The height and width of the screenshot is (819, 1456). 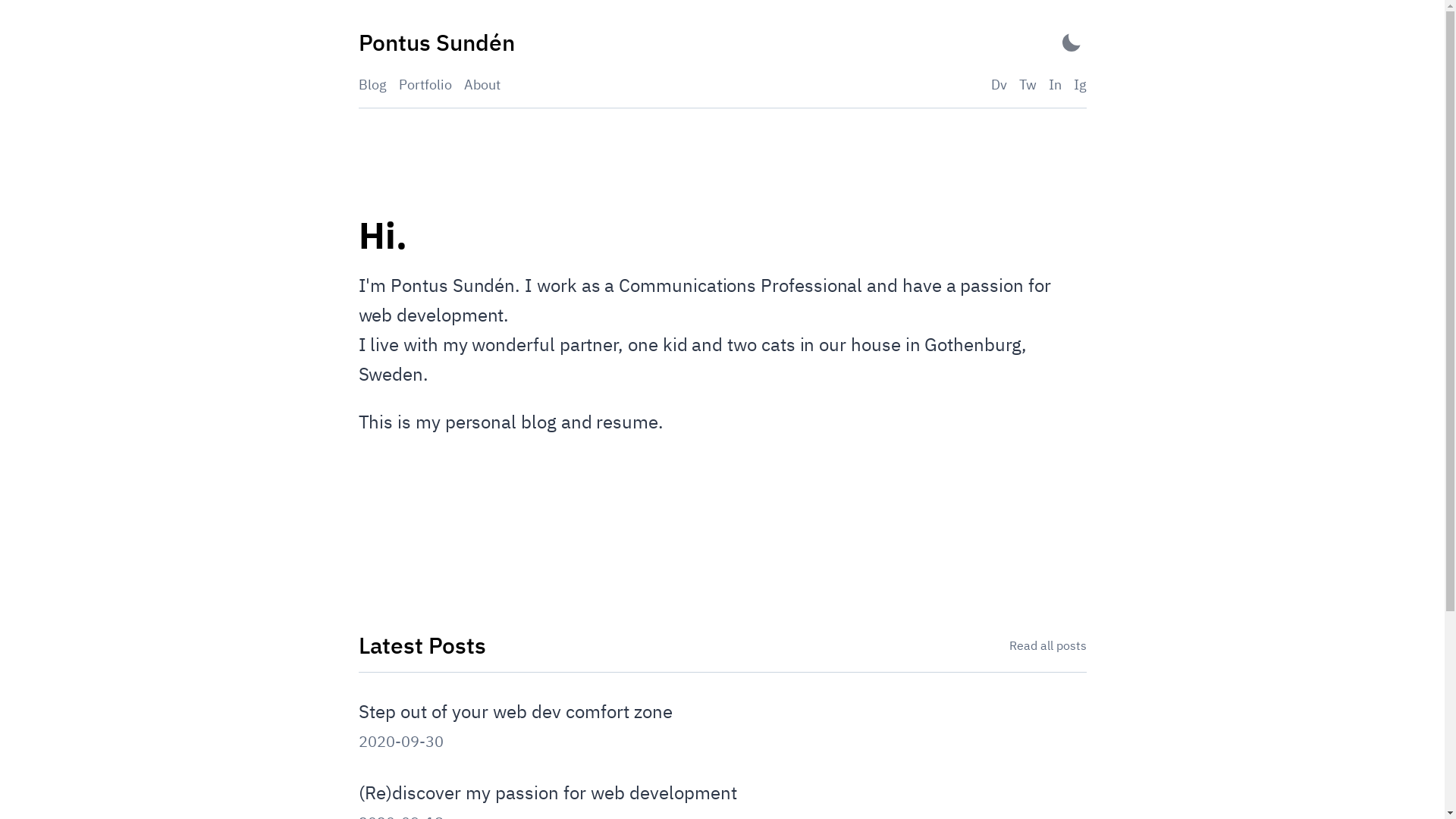 What do you see at coordinates (1053, 84) in the screenshot?
I see `'In'` at bounding box center [1053, 84].